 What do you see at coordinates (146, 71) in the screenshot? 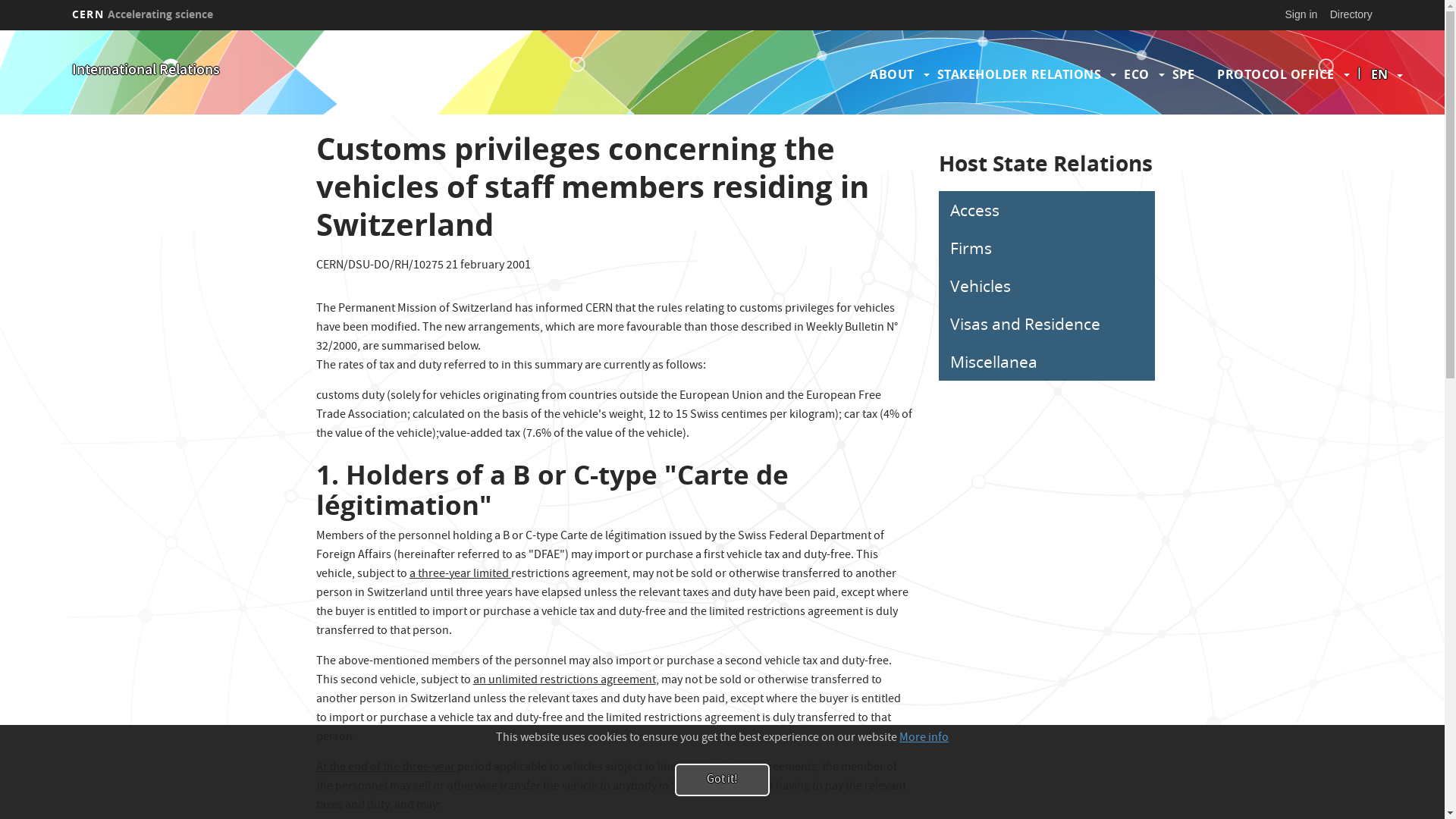
I see `'International Relations'` at bounding box center [146, 71].